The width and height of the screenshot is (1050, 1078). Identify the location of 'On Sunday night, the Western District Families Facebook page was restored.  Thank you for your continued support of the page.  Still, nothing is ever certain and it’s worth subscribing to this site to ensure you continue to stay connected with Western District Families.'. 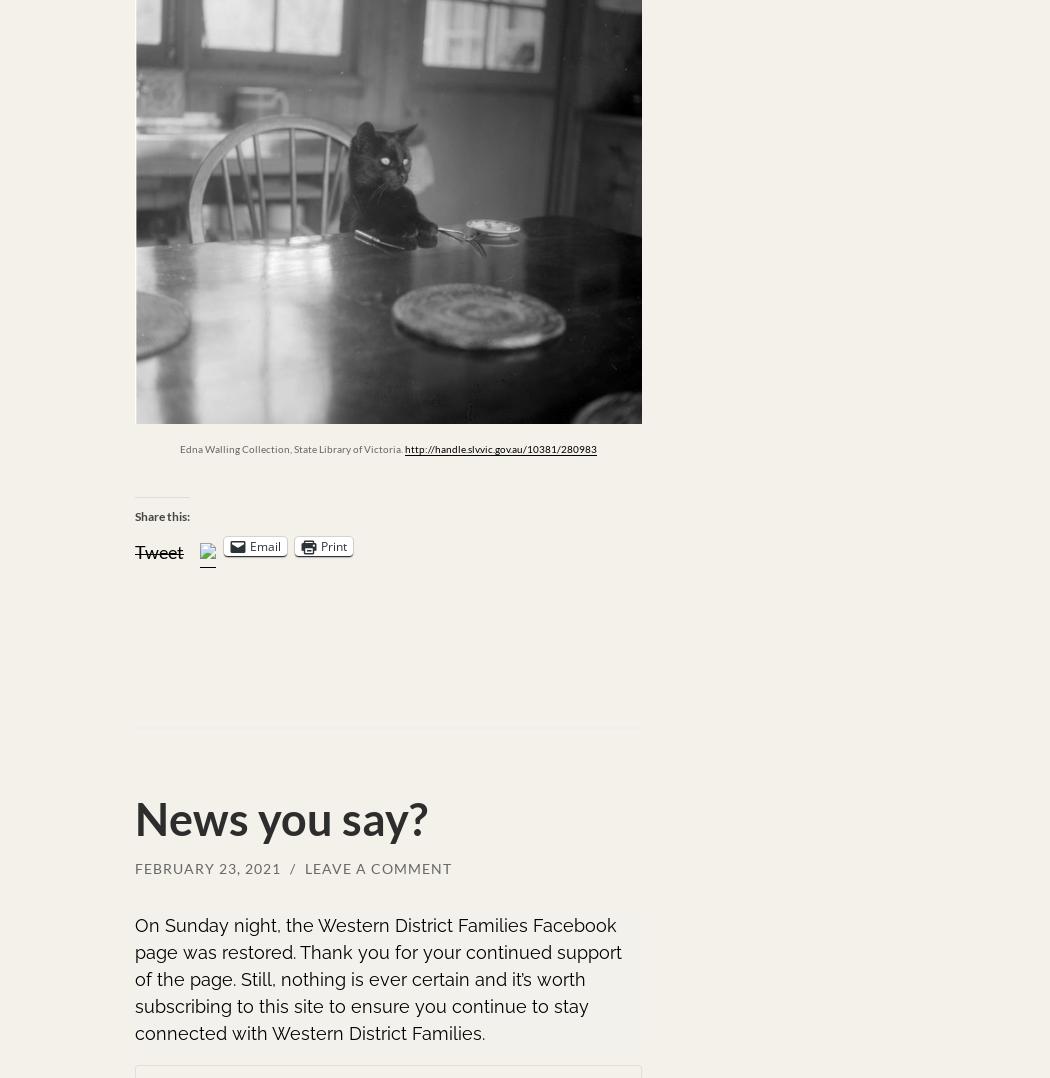
(378, 978).